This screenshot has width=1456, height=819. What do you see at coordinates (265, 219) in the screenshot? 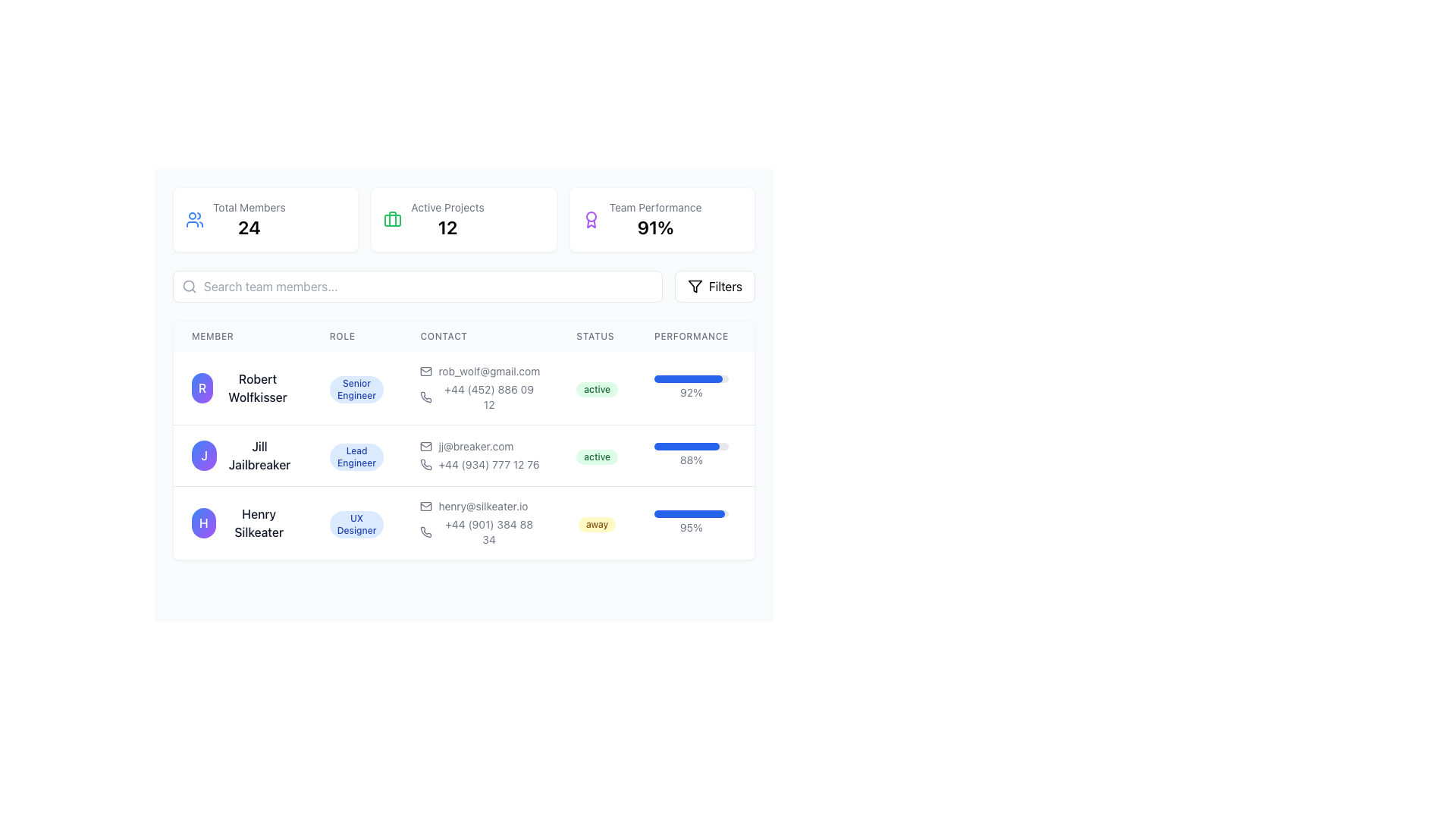
I see `the Information card that displays an overview of the total number of members, located in the top-left section of the row of cards, adjacent to the 'Active Projects' card` at bounding box center [265, 219].